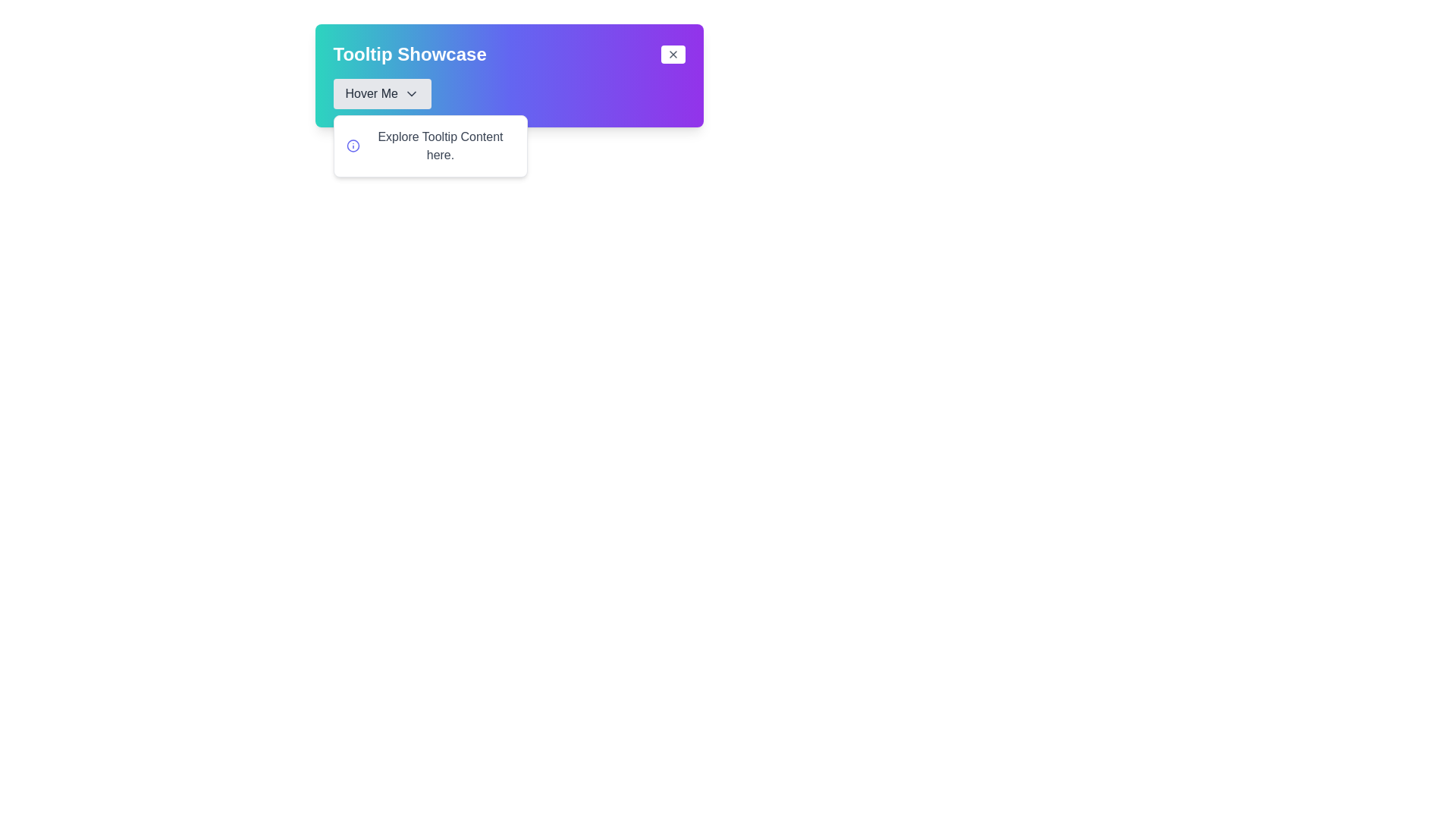  I want to click on the button with hover-trigger functionality located at the top section of the interface, so click(382, 93).